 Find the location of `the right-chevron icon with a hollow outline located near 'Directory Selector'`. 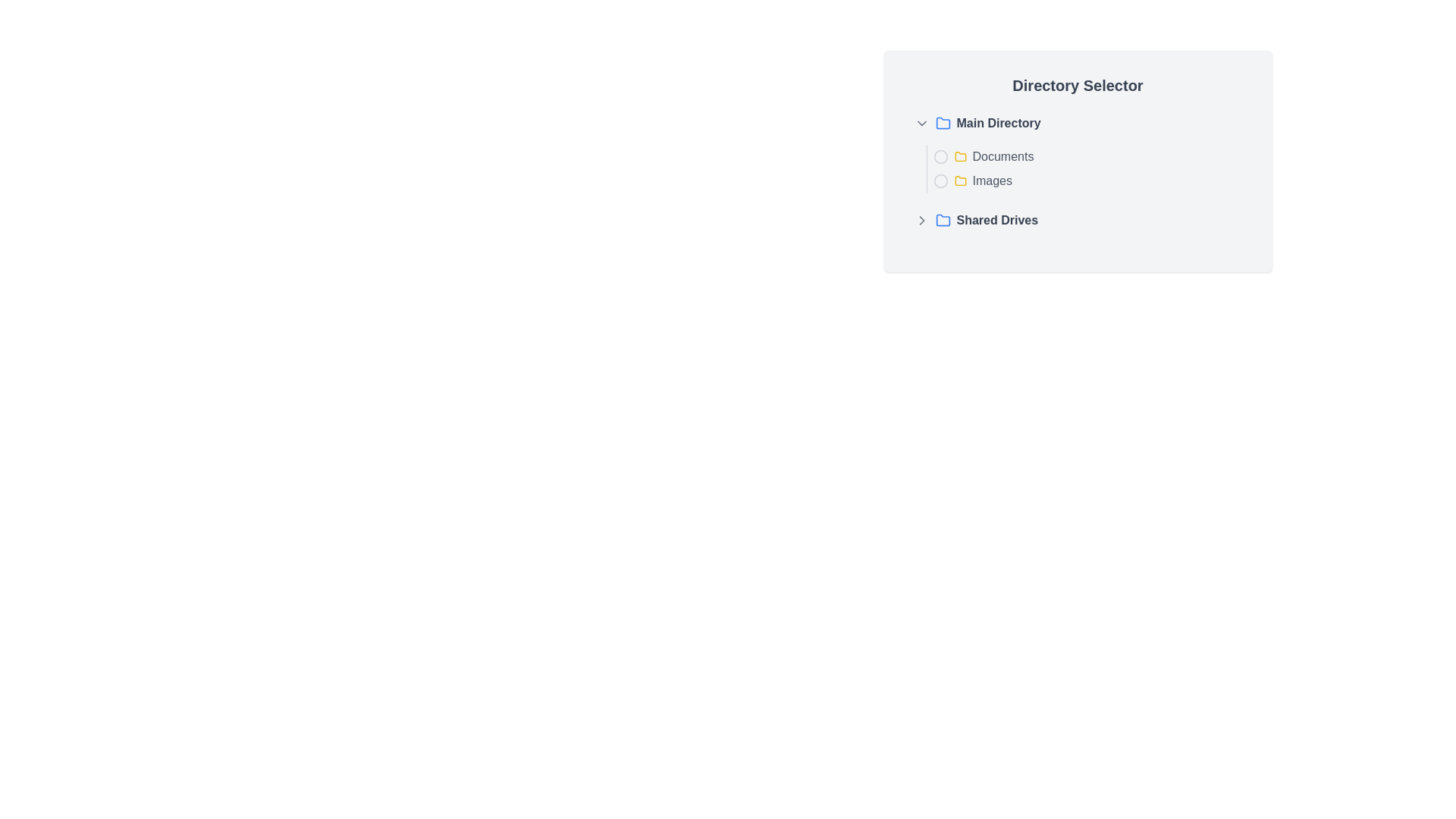

the right-chevron icon with a hollow outline located near 'Directory Selector' is located at coordinates (921, 220).